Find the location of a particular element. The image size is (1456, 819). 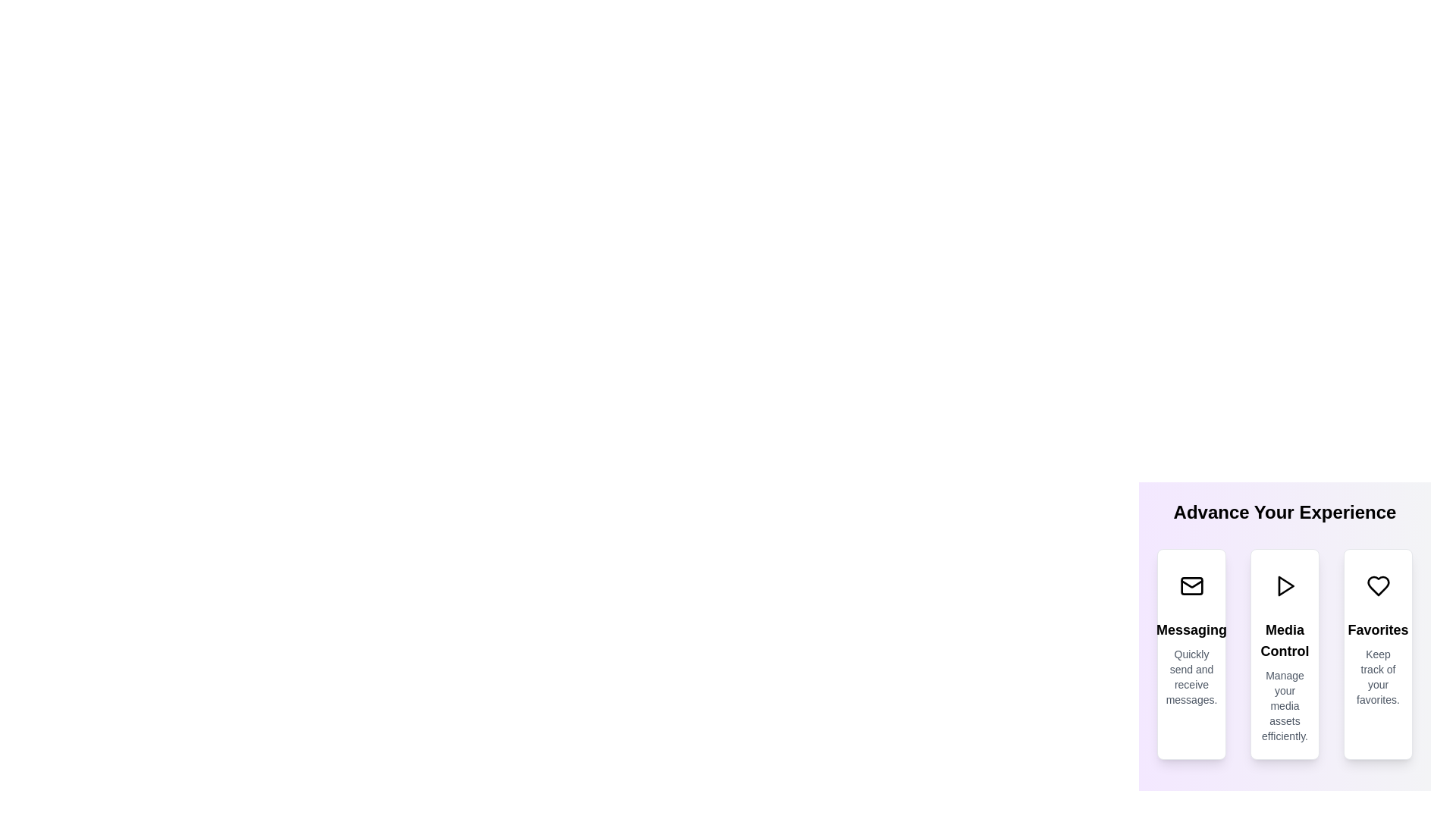

the 'Favorites' card, which is the third item in the grid layout, located to the right of the 'Messaging' and 'Media Control' cards is located at coordinates (1378, 654).